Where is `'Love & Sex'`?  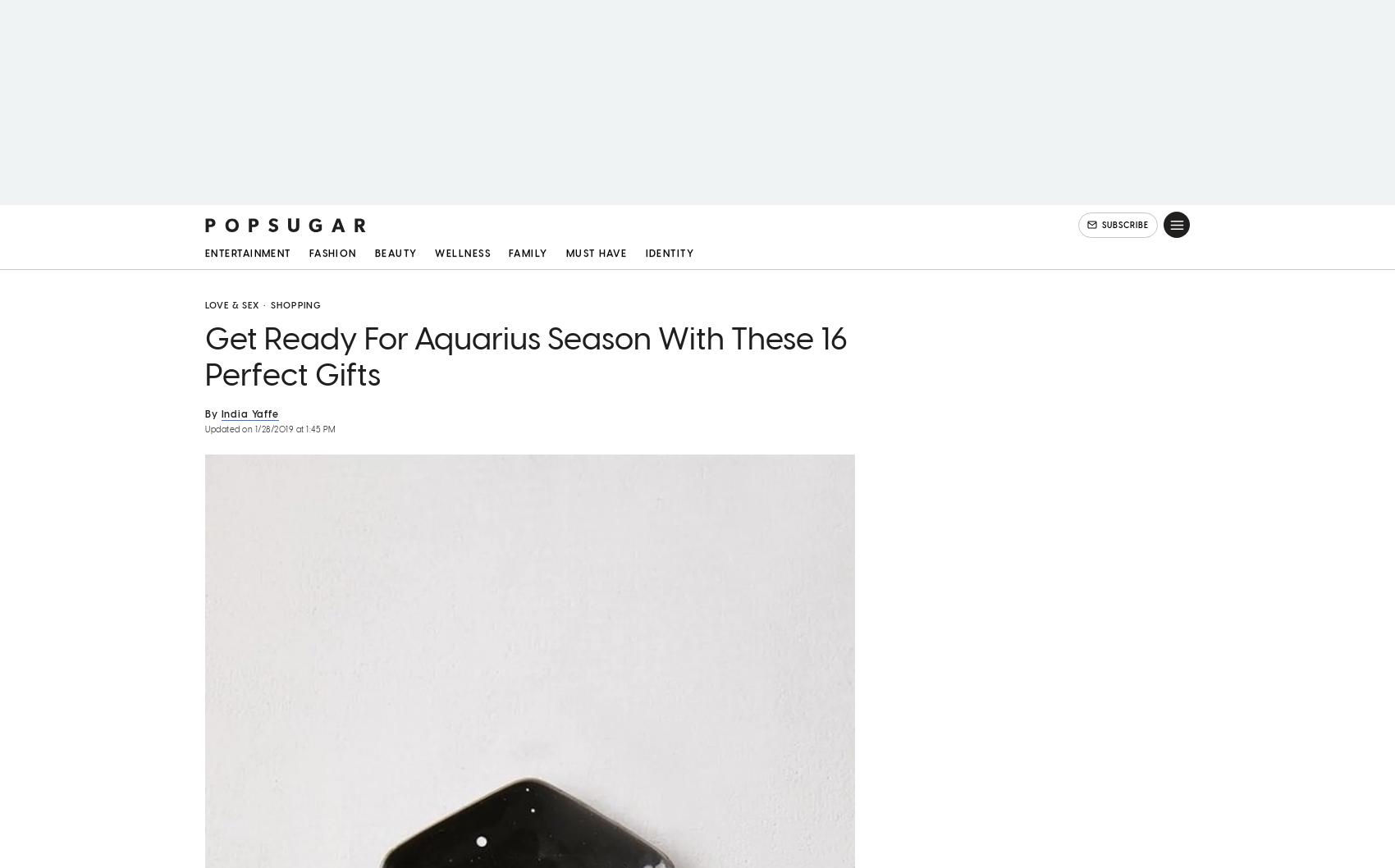 'Love & Sex' is located at coordinates (232, 310).